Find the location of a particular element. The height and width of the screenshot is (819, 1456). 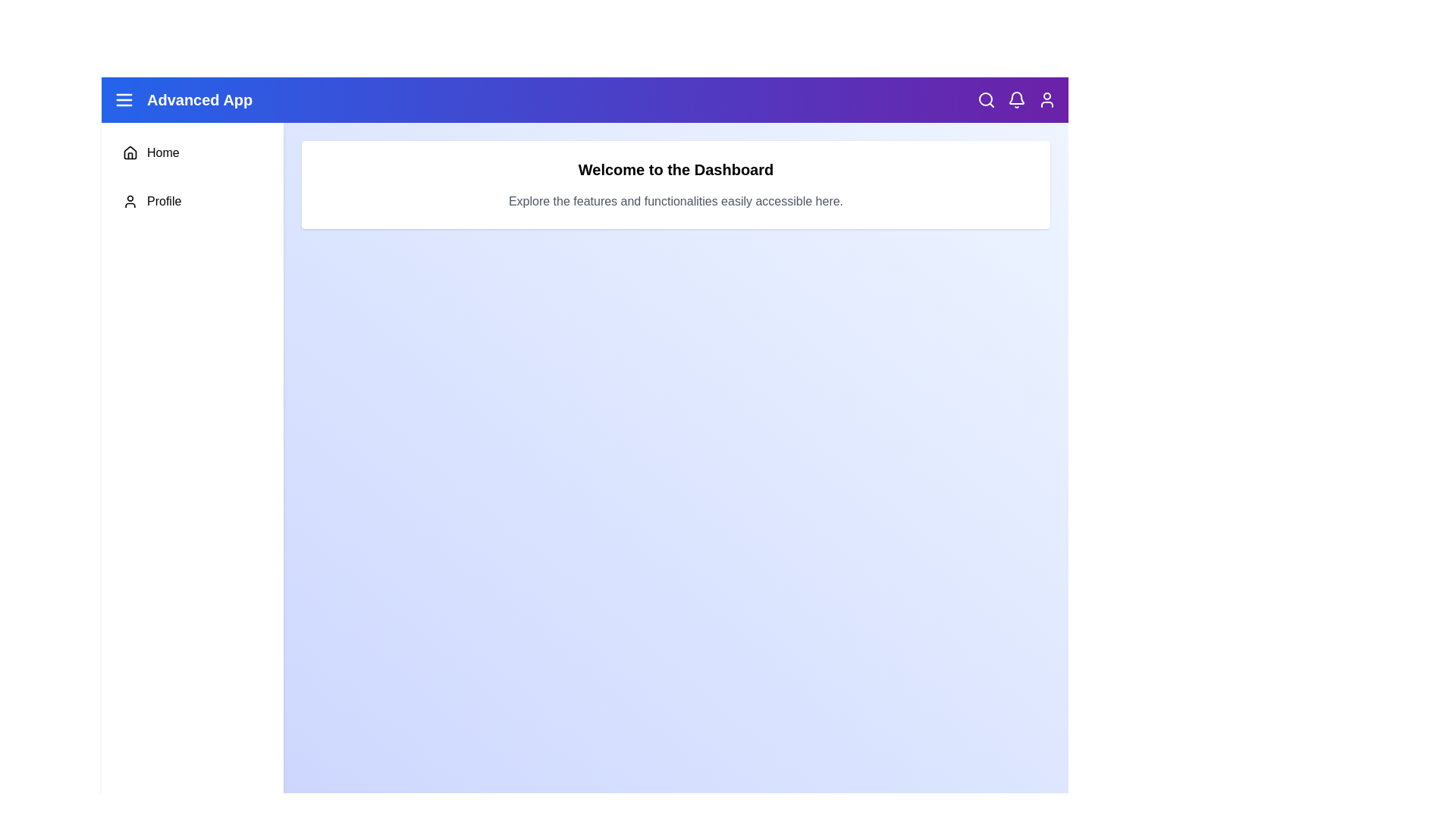

the menu icon to toggle the sidebar visibility is located at coordinates (124, 99).